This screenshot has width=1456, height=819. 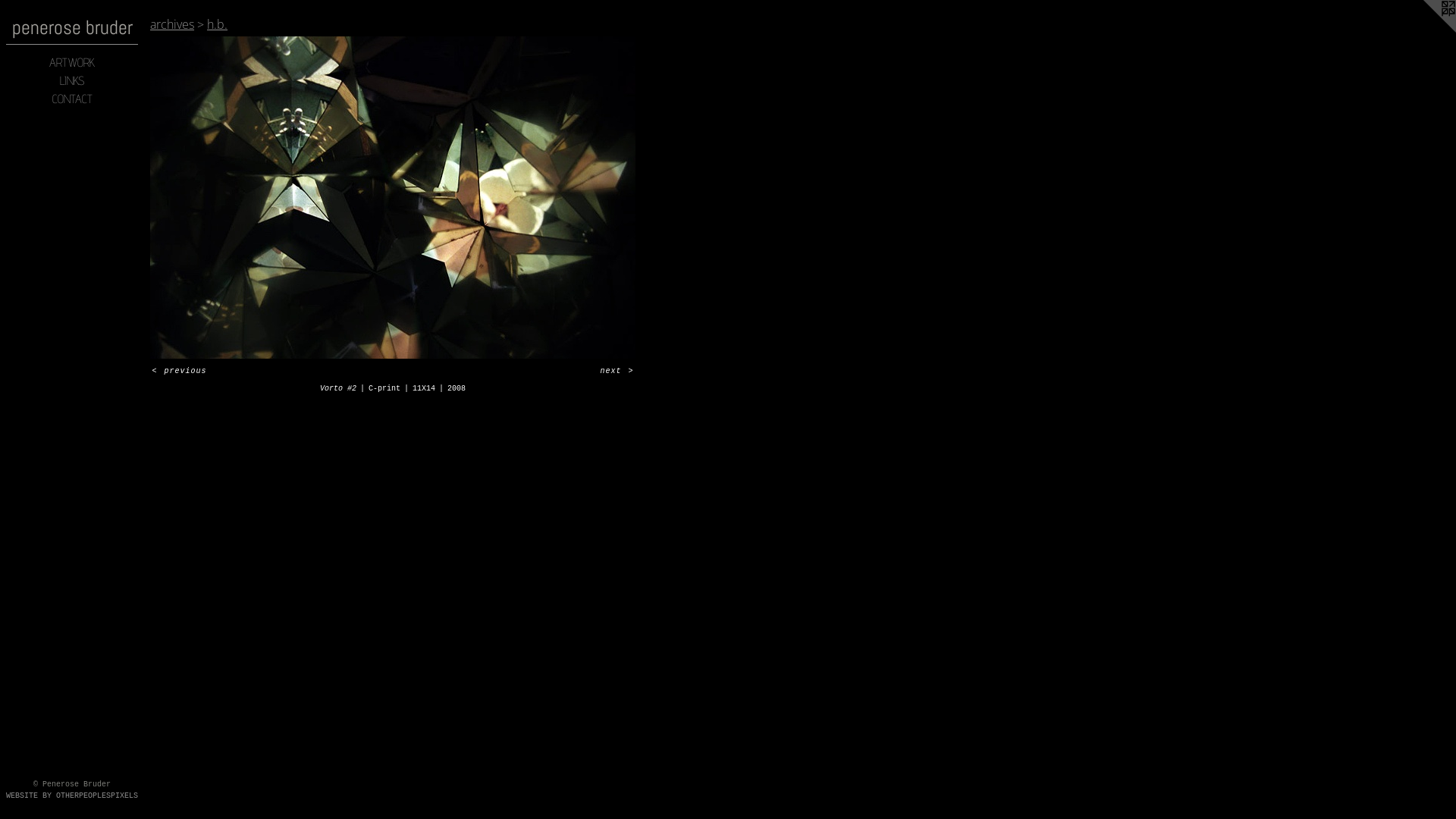 I want to click on 'archives', so click(x=171, y=24).